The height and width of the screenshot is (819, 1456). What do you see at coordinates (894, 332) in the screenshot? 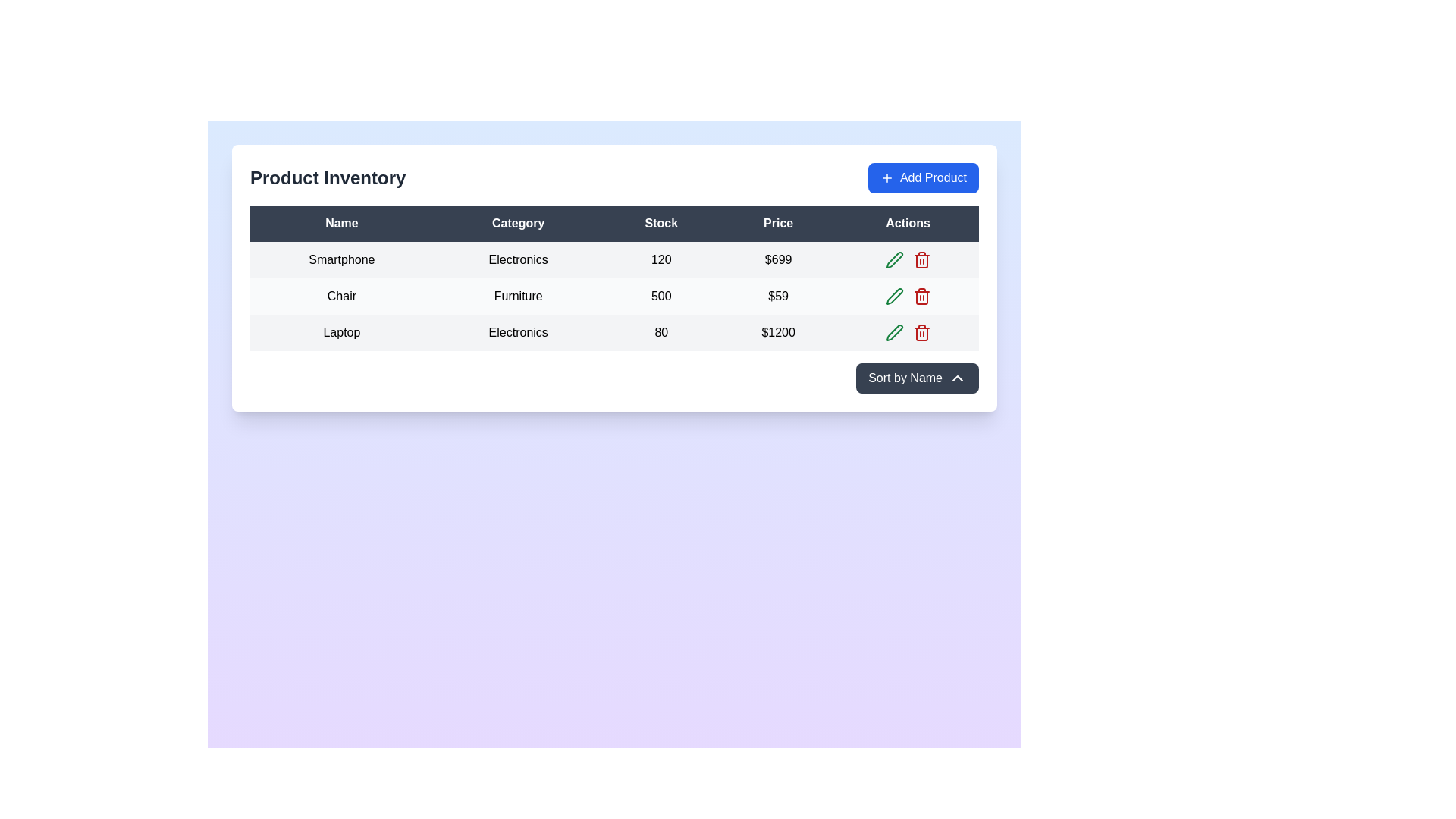
I see `the green pencil icon in the 'Actions' column of the first row corresponding to the product 'Smartphone'` at bounding box center [894, 332].